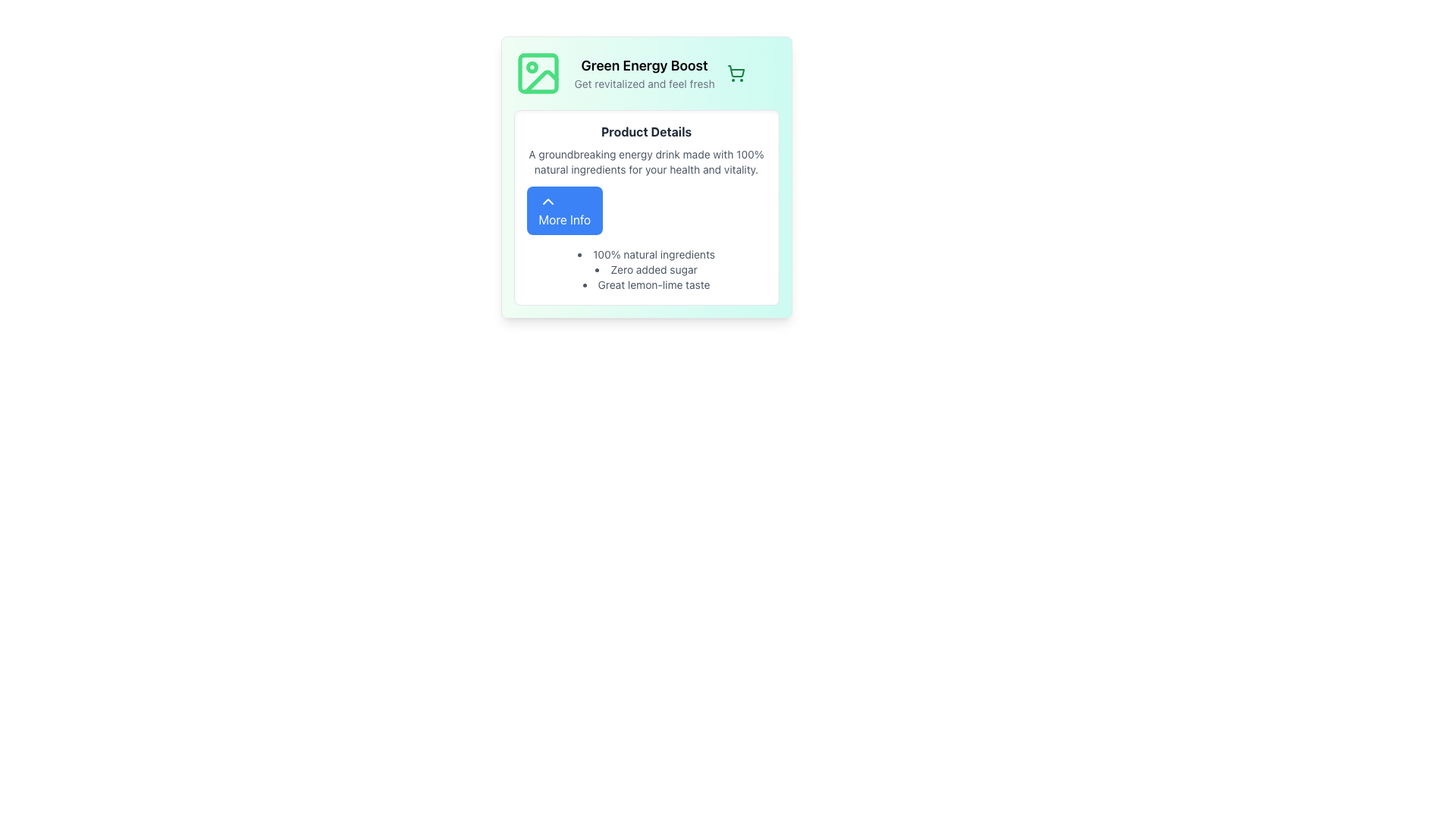 This screenshot has width=1456, height=819. Describe the element at coordinates (538, 73) in the screenshot. I see `the upper-left decorative graphic component with rounded corners within the green-bordered icon located at the top-left of the card` at that location.